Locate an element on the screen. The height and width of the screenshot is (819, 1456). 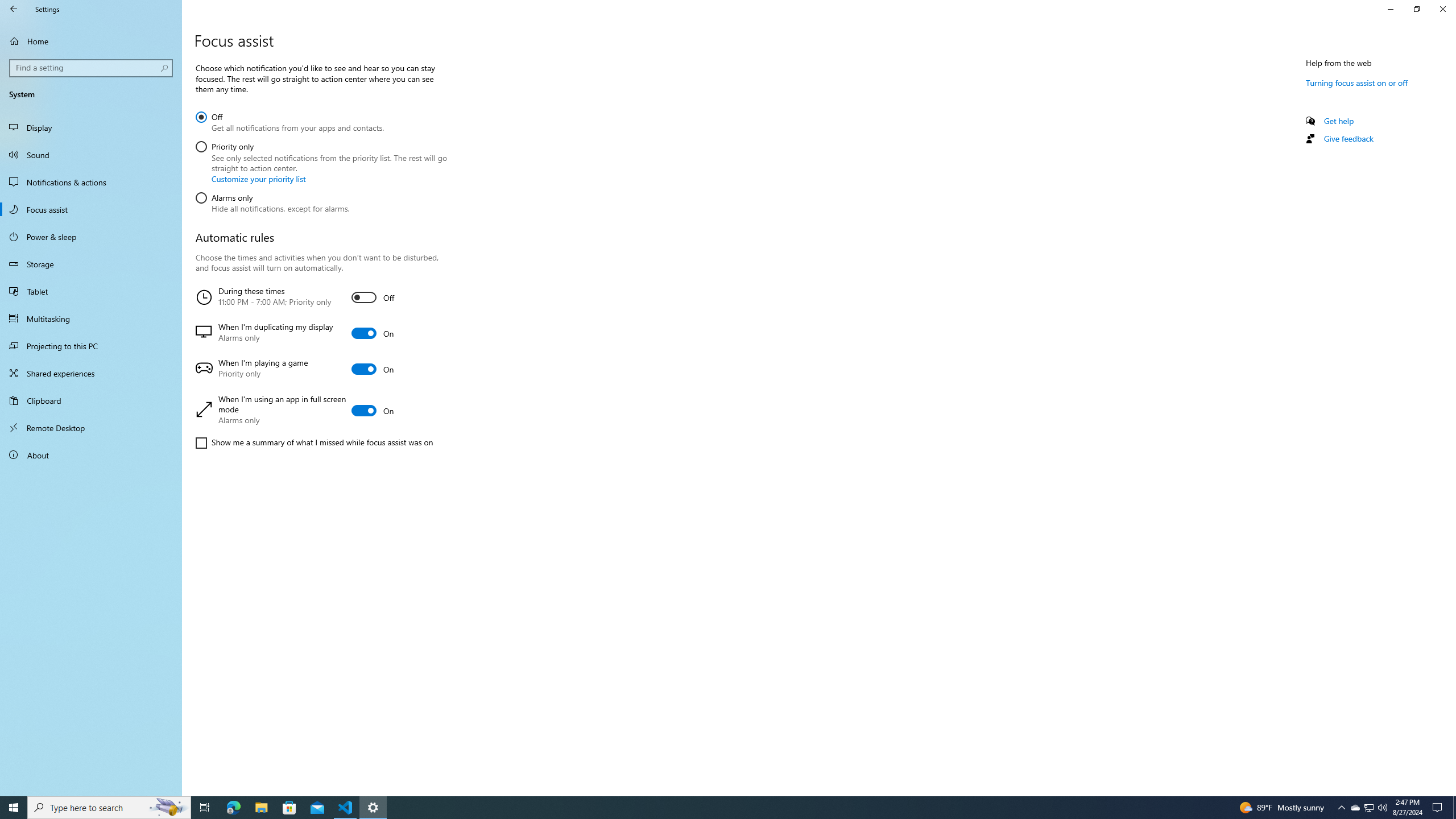
'Power & sleep' is located at coordinates (90, 236).